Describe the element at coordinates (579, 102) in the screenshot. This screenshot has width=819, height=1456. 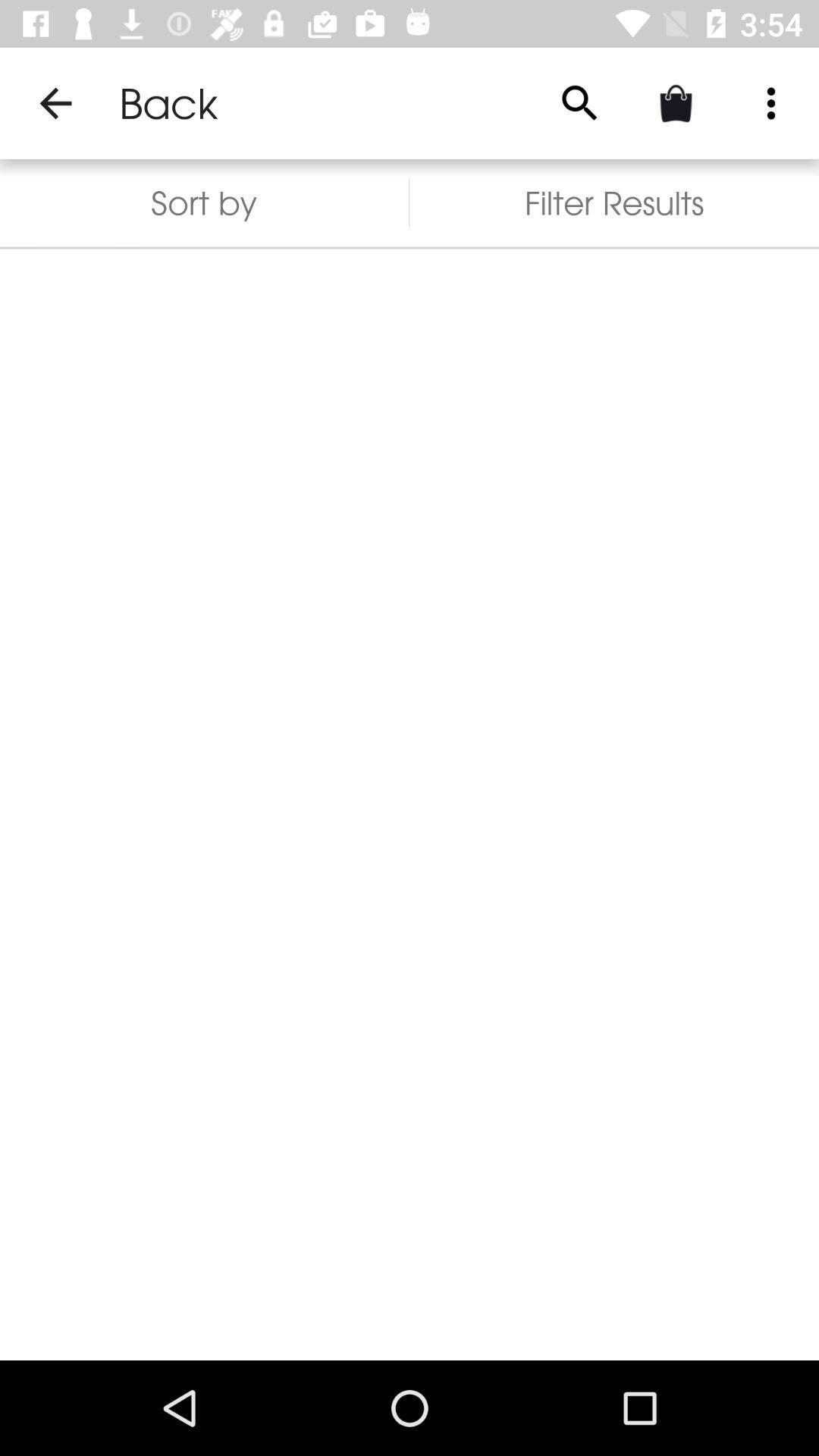
I see `the icon next to sort by` at that location.